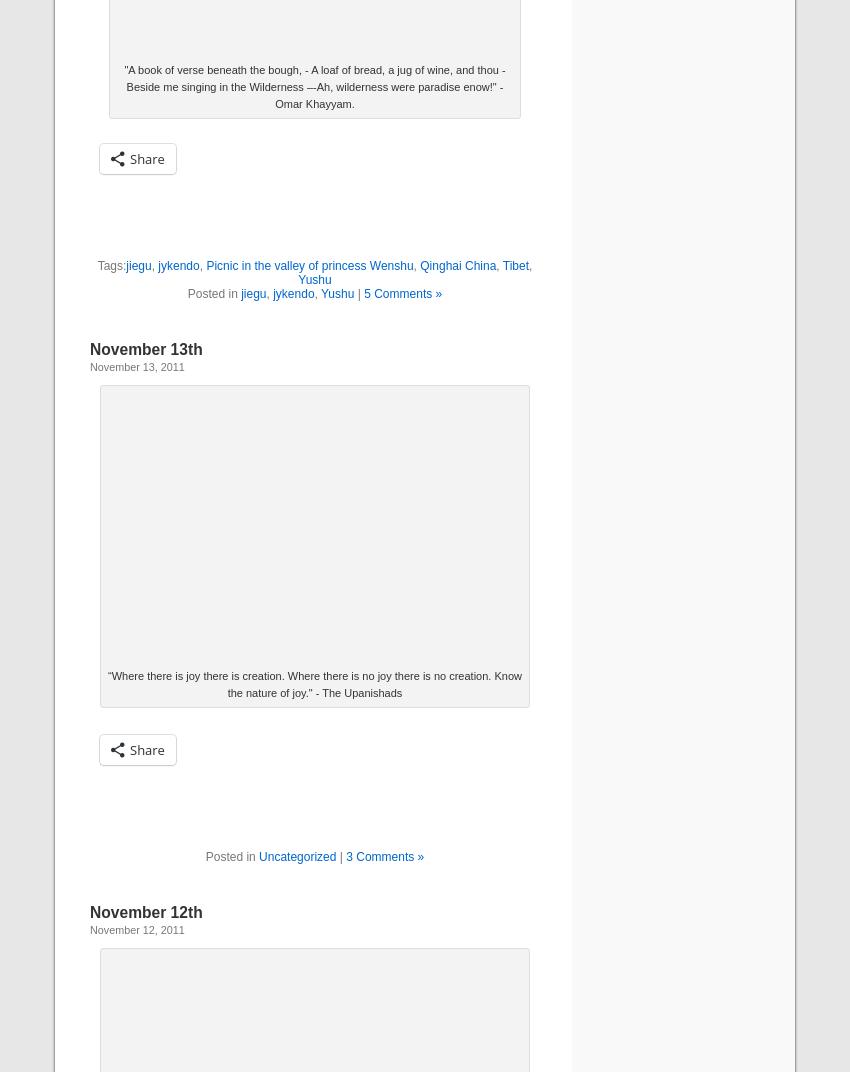  What do you see at coordinates (89, 348) in the screenshot?
I see `'November 13th'` at bounding box center [89, 348].